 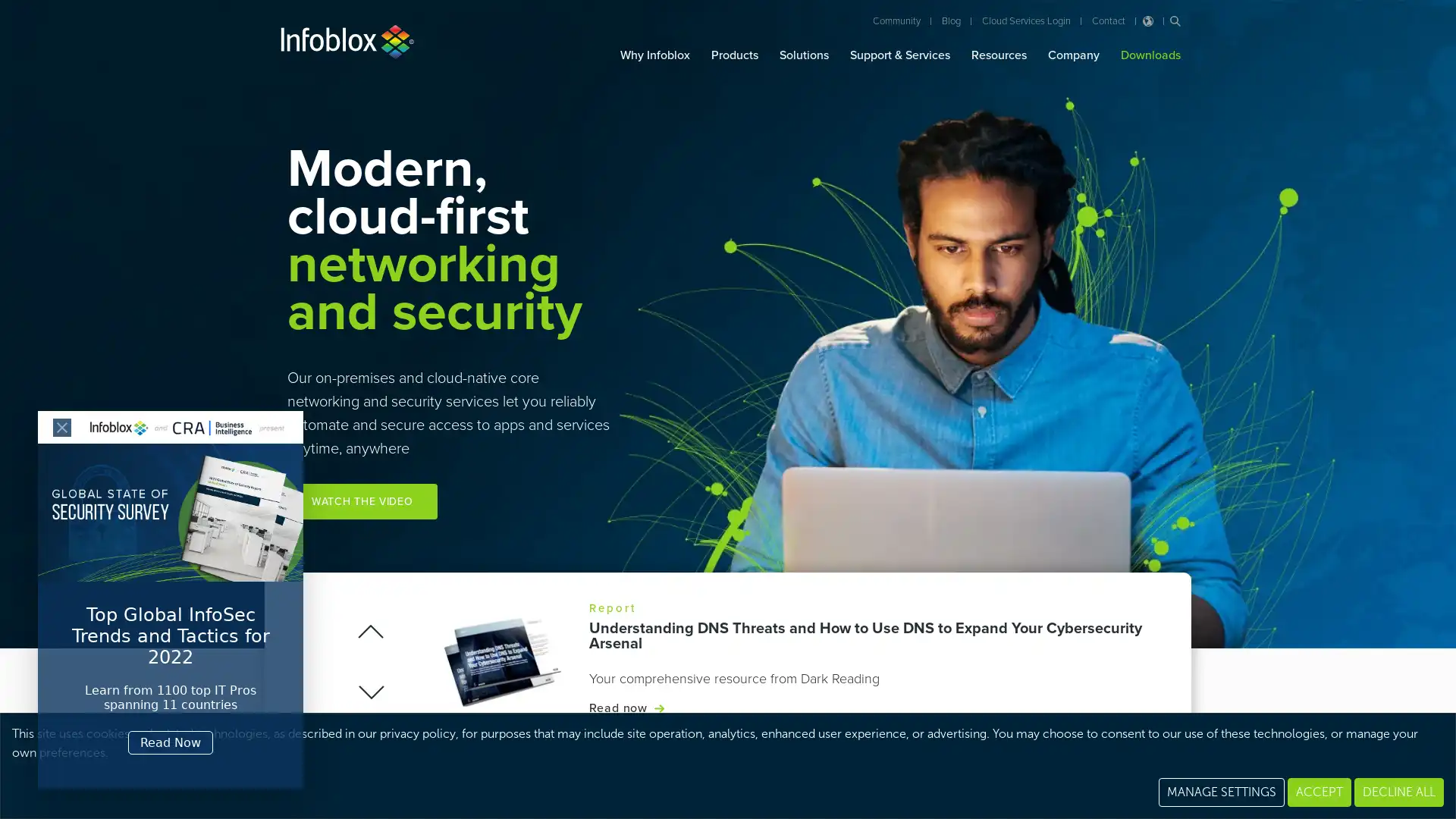 What do you see at coordinates (369, 691) in the screenshot?
I see `Next` at bounding box center [369, 691].